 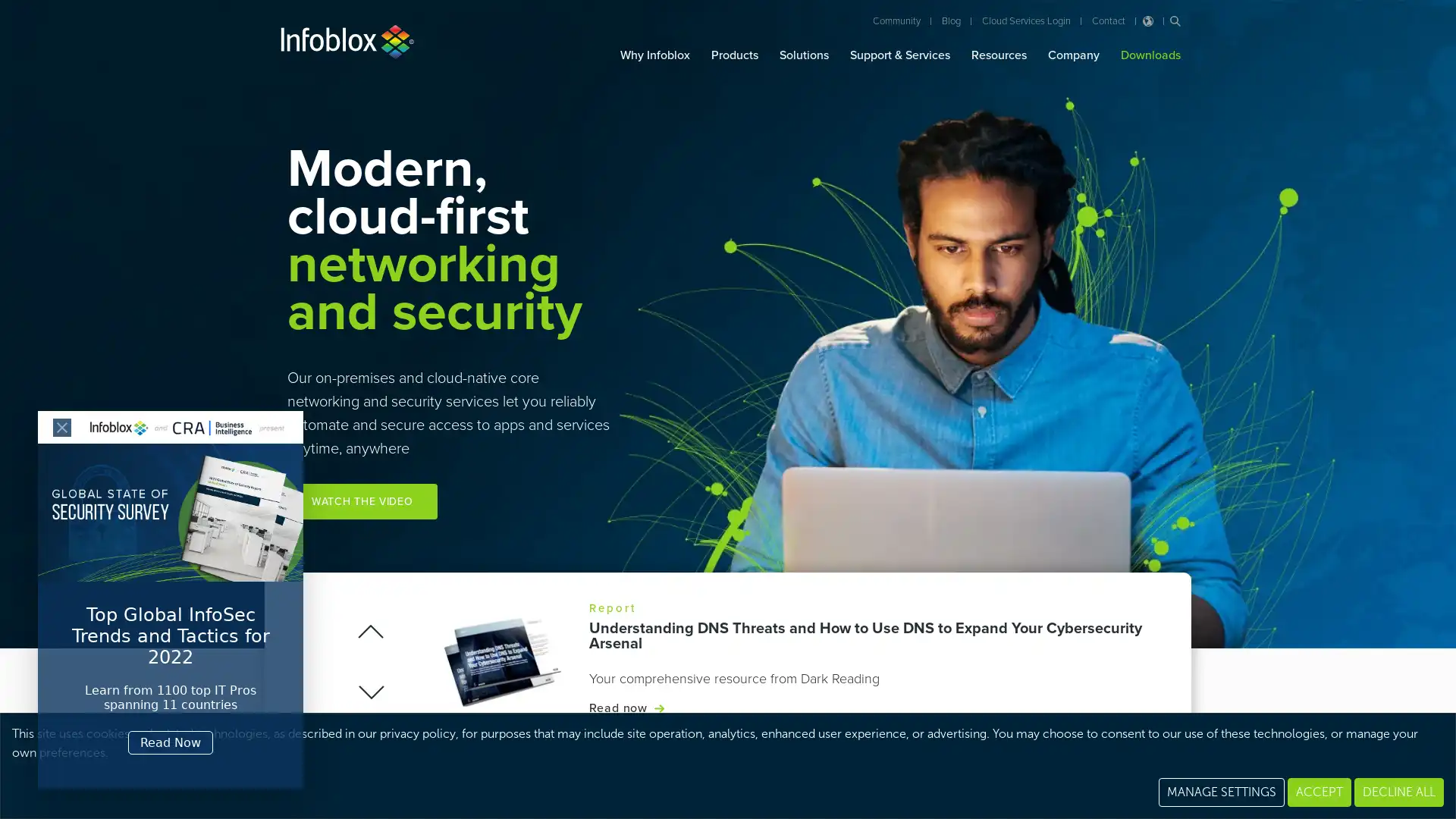 What do you see at coordinates (369, 691) in the screenshot?
I see `Next` at bounding box center [369, 691].